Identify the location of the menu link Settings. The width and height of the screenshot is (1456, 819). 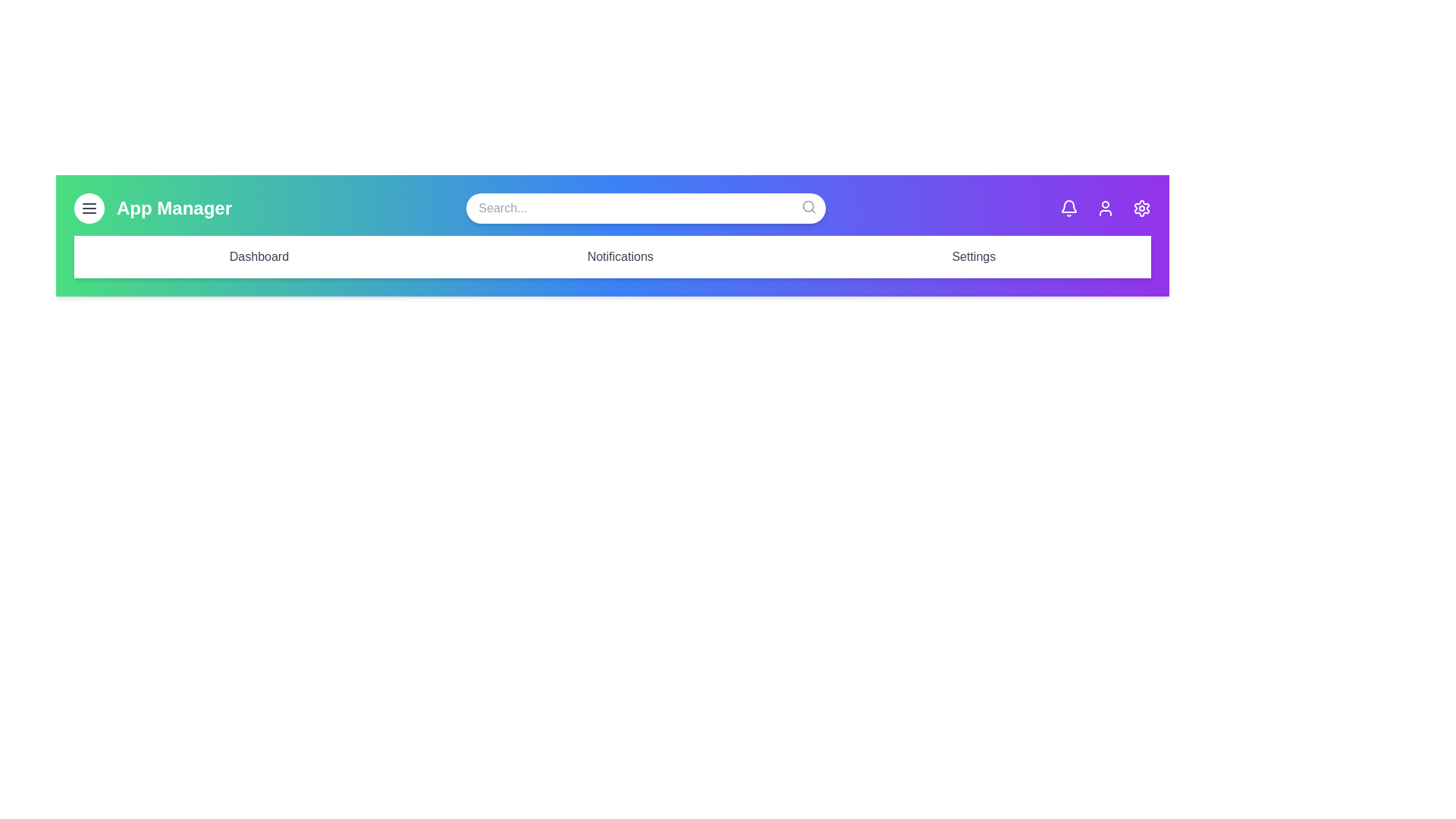
(974, 256).